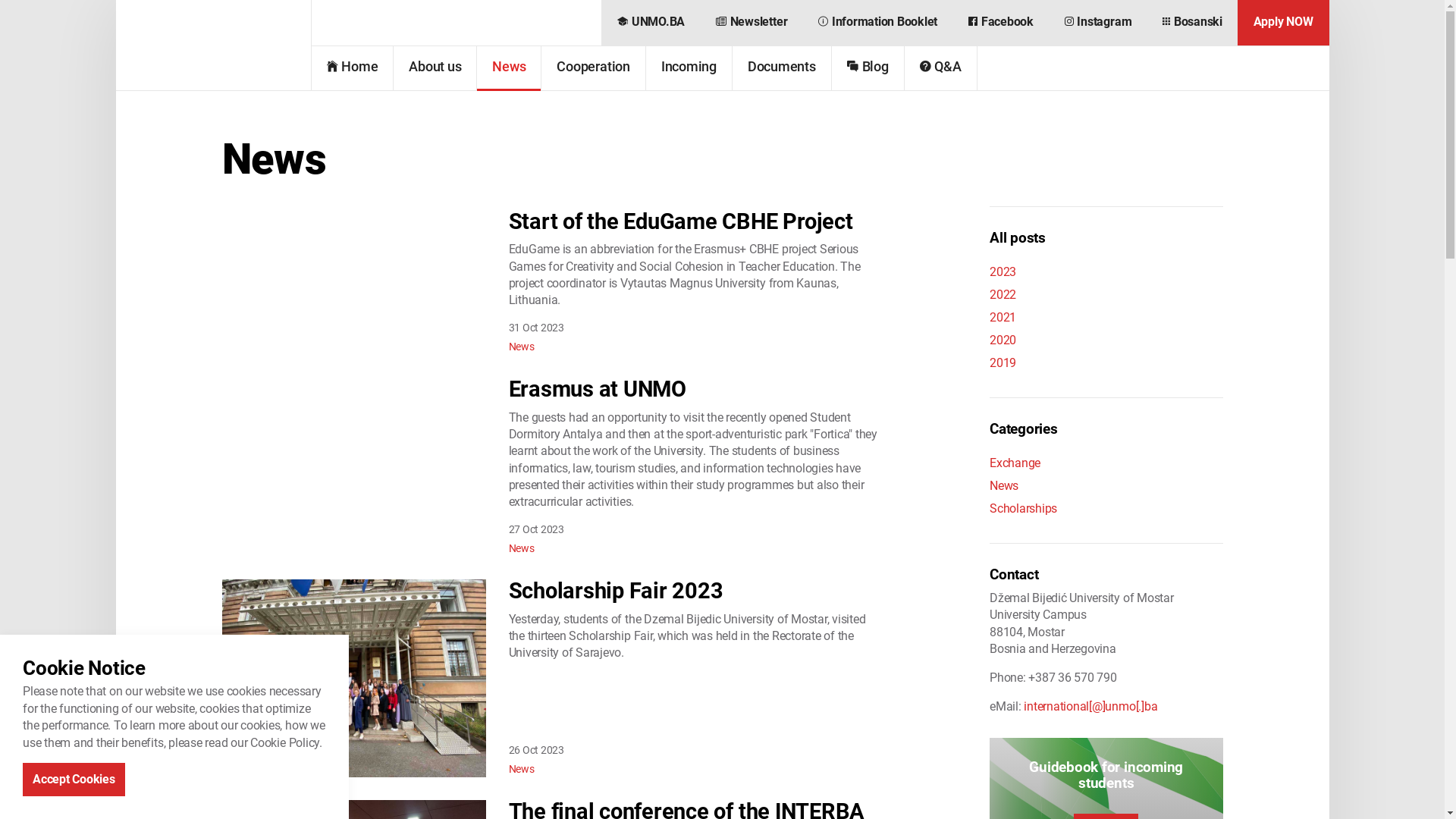 The image size is (1456, 819). I want to click on 'Bosanski', so click(1191, 23).